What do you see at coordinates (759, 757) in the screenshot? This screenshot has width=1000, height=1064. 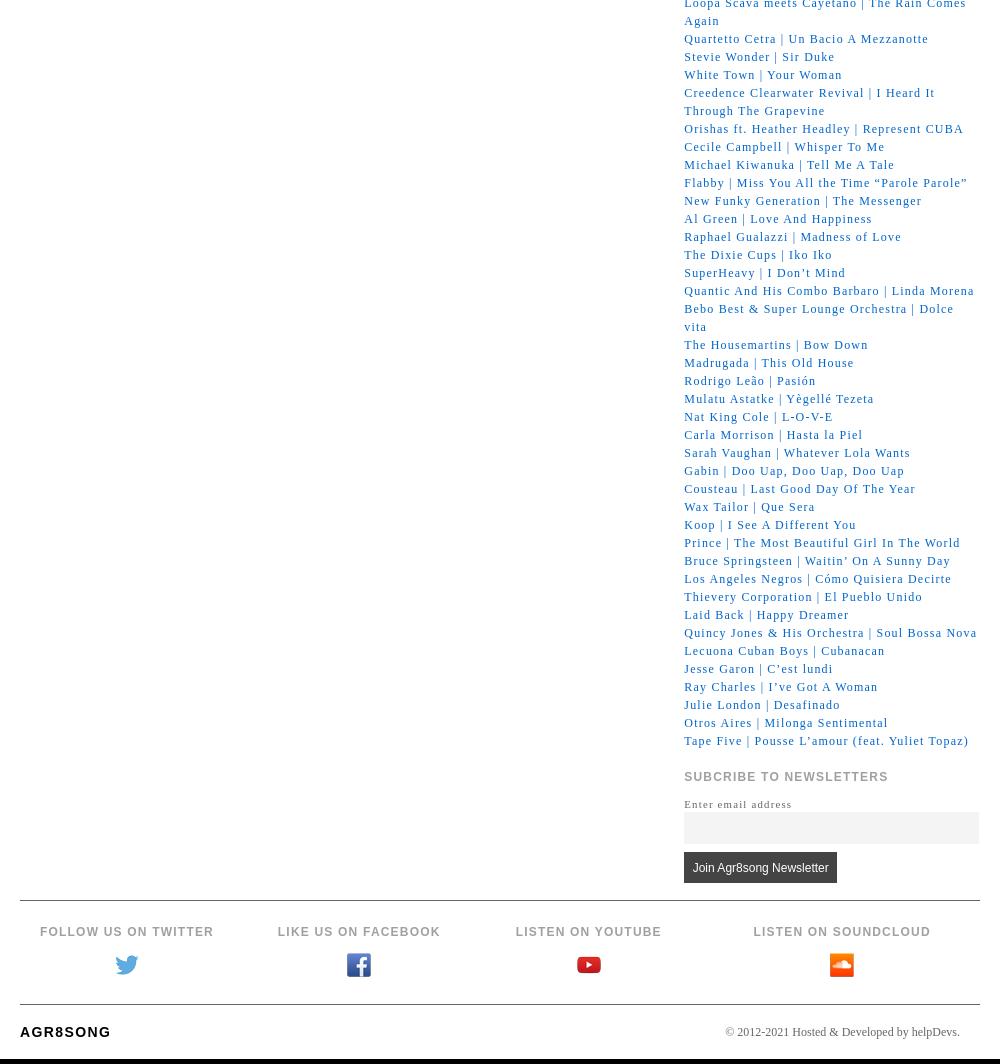 I see `'Nina Simone | Sinnerman'` at bounding box center [759, 757].